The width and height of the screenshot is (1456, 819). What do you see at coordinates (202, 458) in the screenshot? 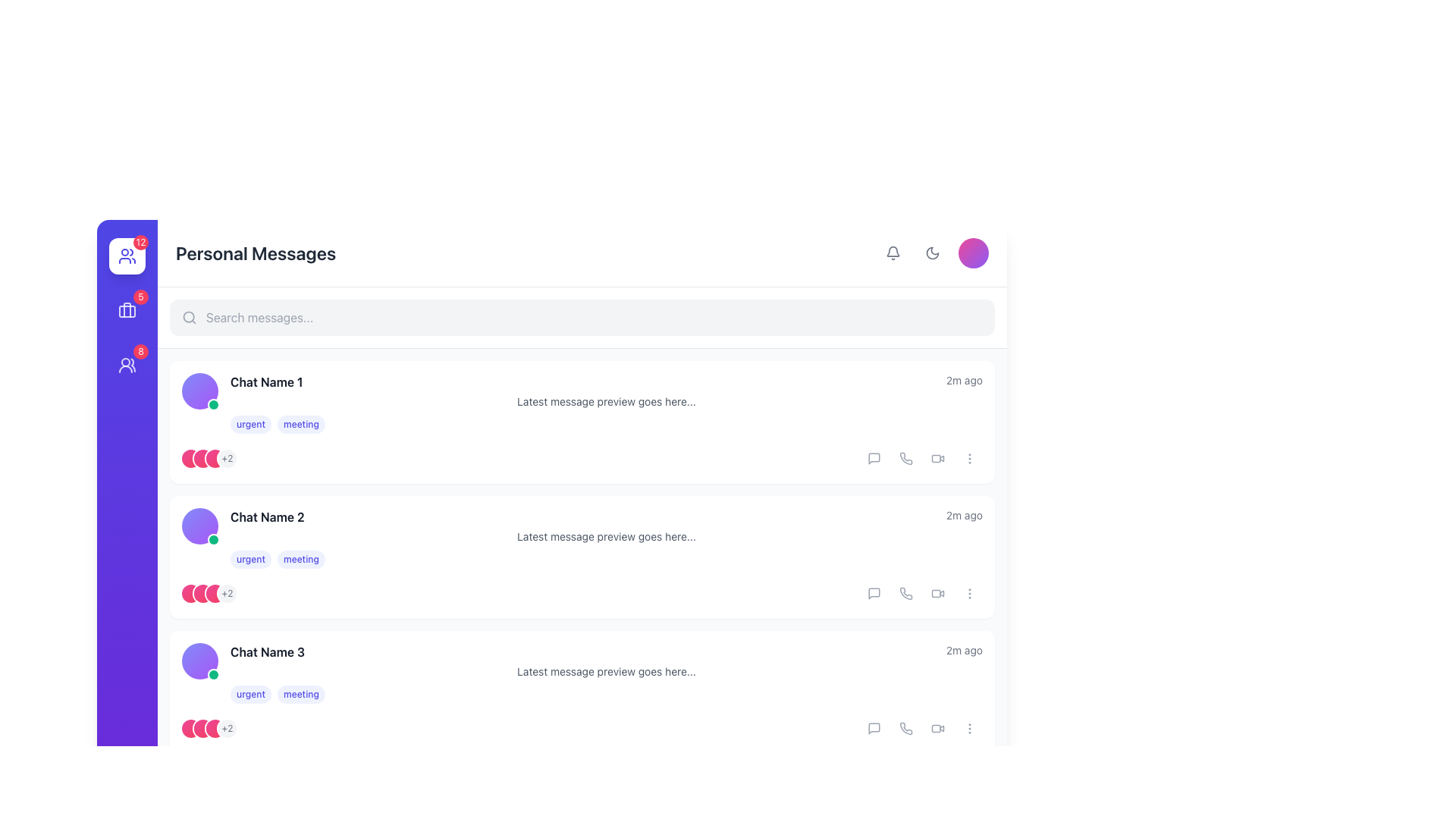
I see `the second avatar icon in the group of four, located near the left side of the chat item card under the chat name and status tags` at bounding box center [202, 458].